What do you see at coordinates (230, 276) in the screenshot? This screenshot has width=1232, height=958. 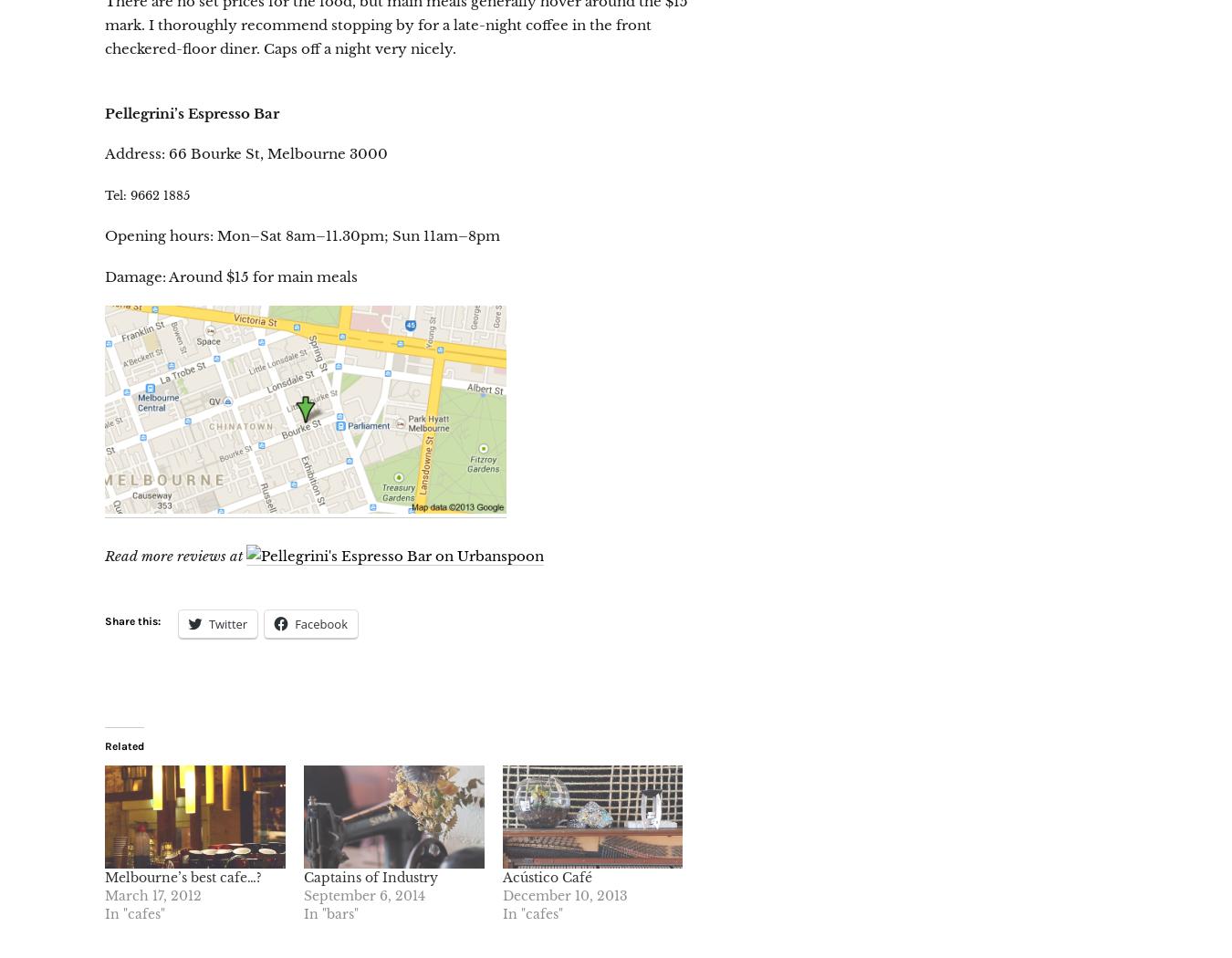 I see `'Damage: Around $15 for main meals'` at bounding box center [230, 276].